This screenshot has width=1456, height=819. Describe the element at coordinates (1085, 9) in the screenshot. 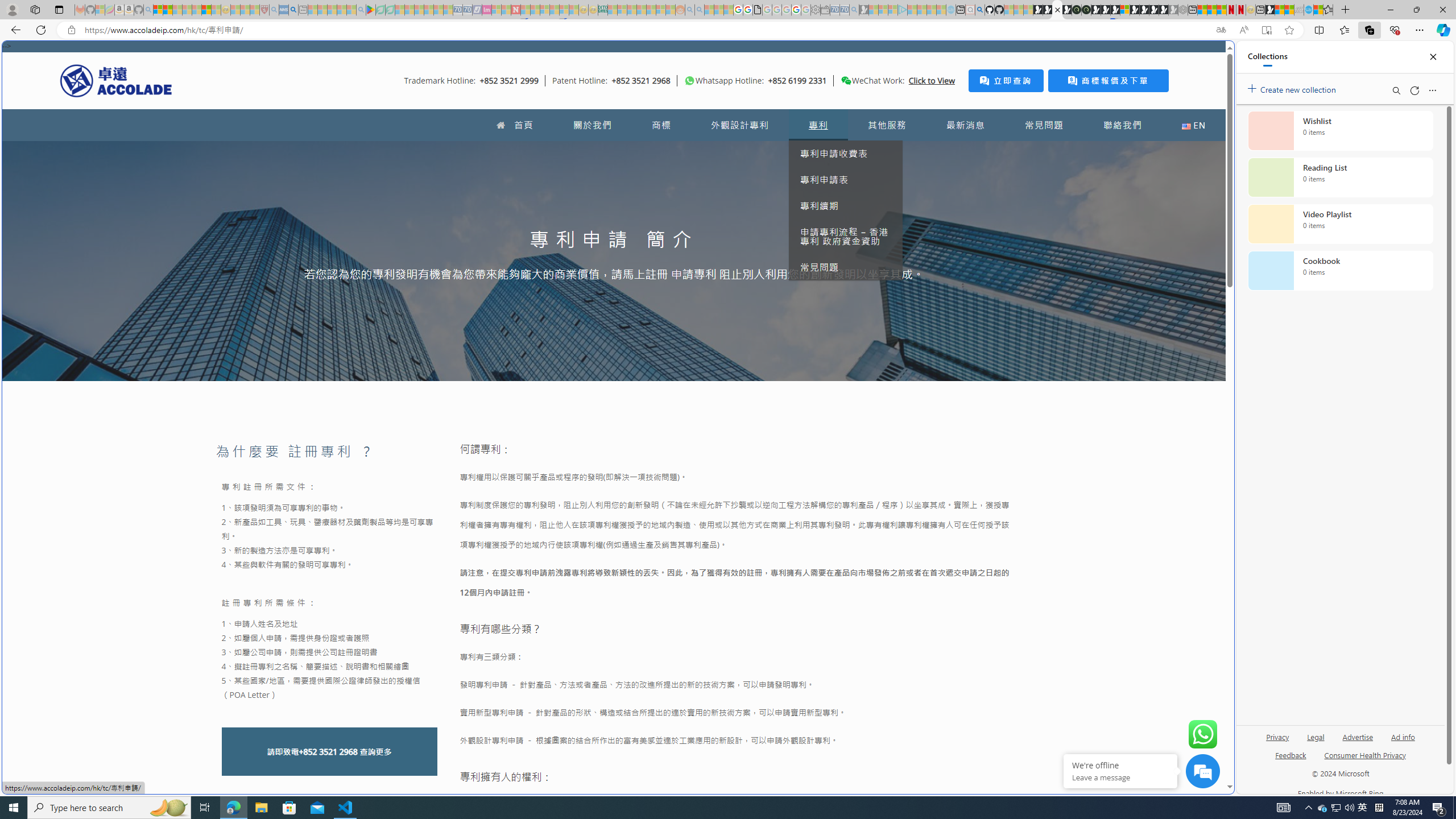

I see `'Future Focus Report 2024'` at that location.